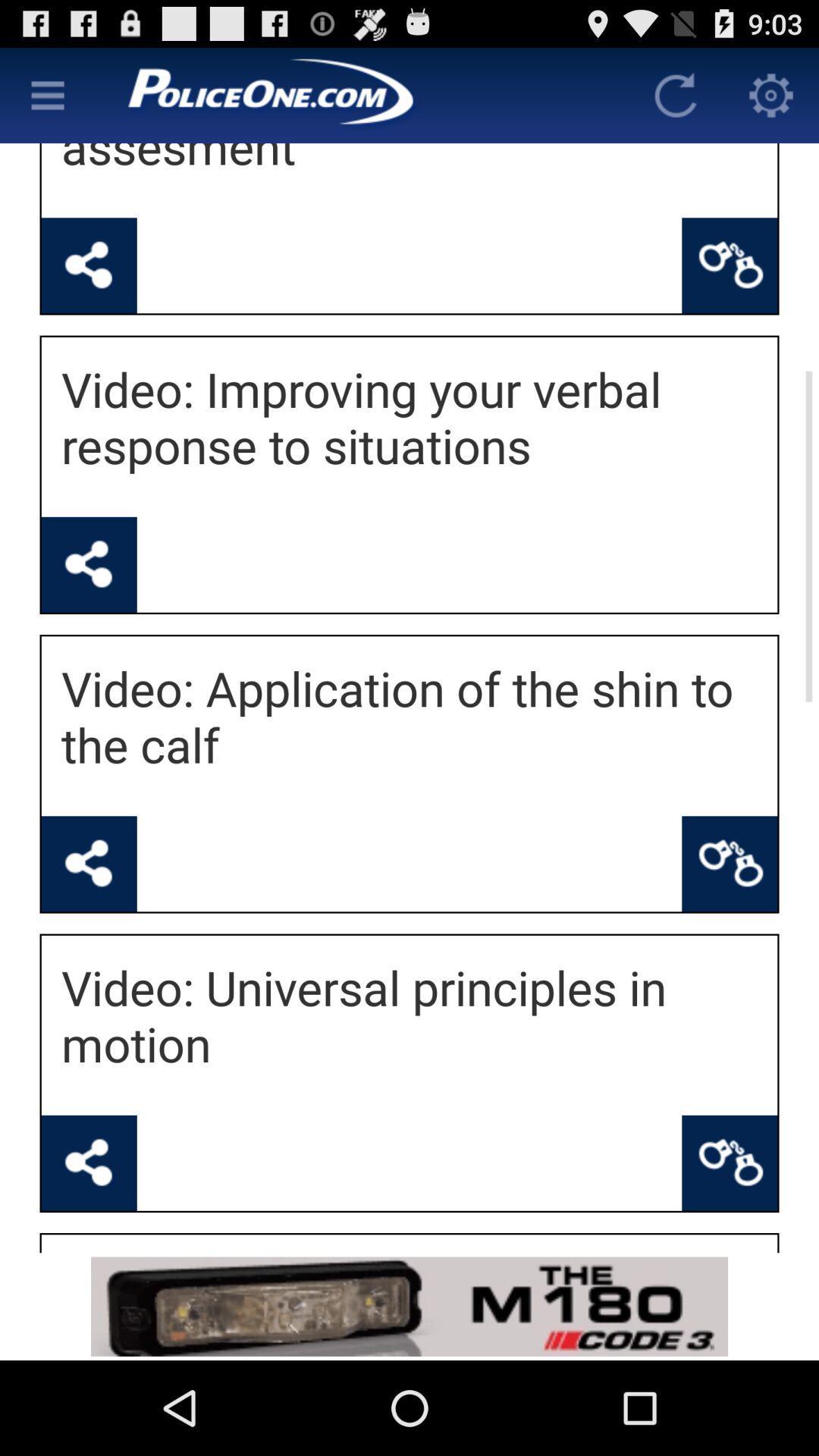 This screenshot has width=819, height=1456. What do you see at coordinates (771, 101) in the screenshot?
I see `the settings icon` at bounding box center [771, 101].